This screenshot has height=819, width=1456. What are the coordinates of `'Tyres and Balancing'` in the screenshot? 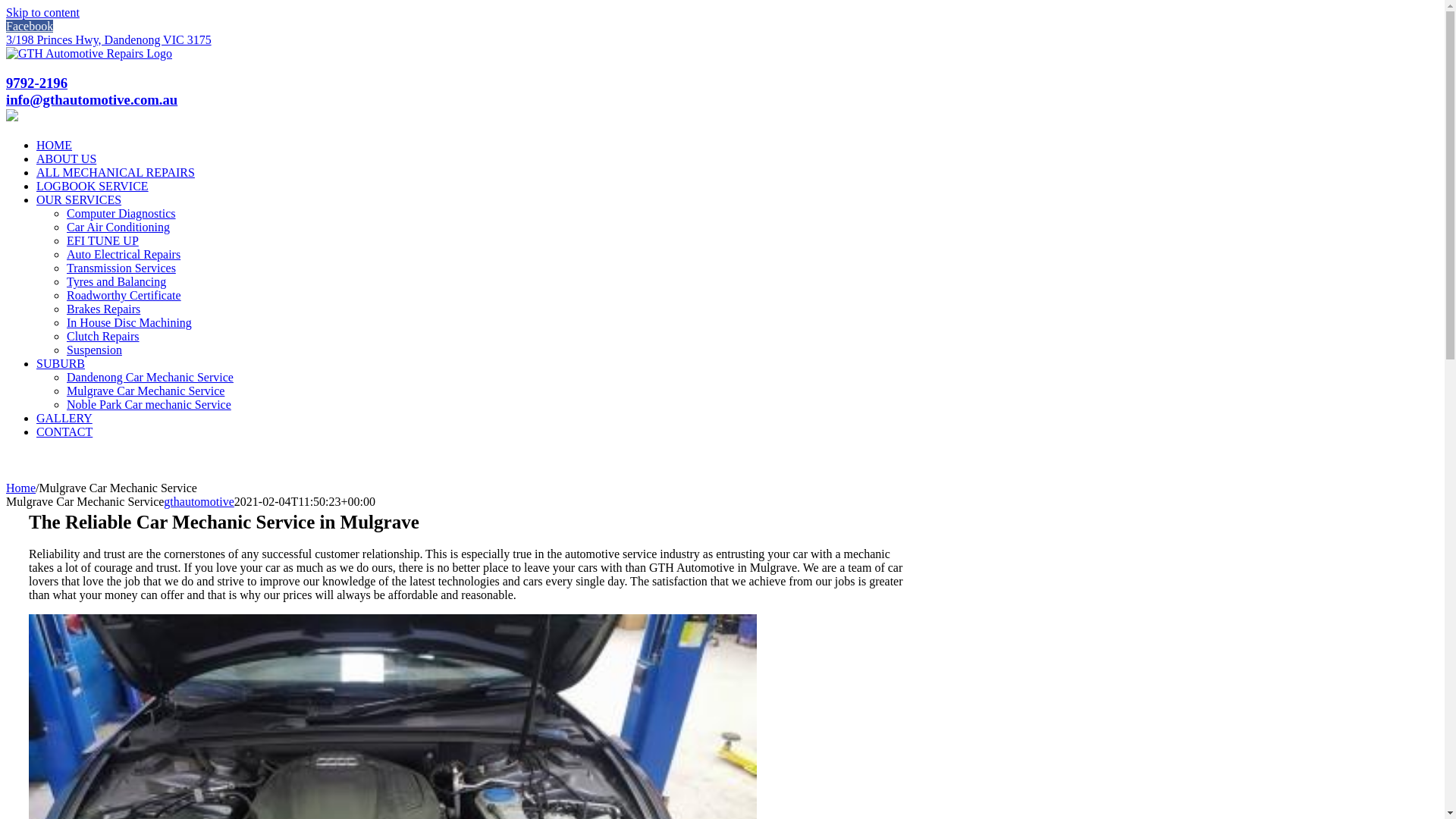 It's located at (115, 281).